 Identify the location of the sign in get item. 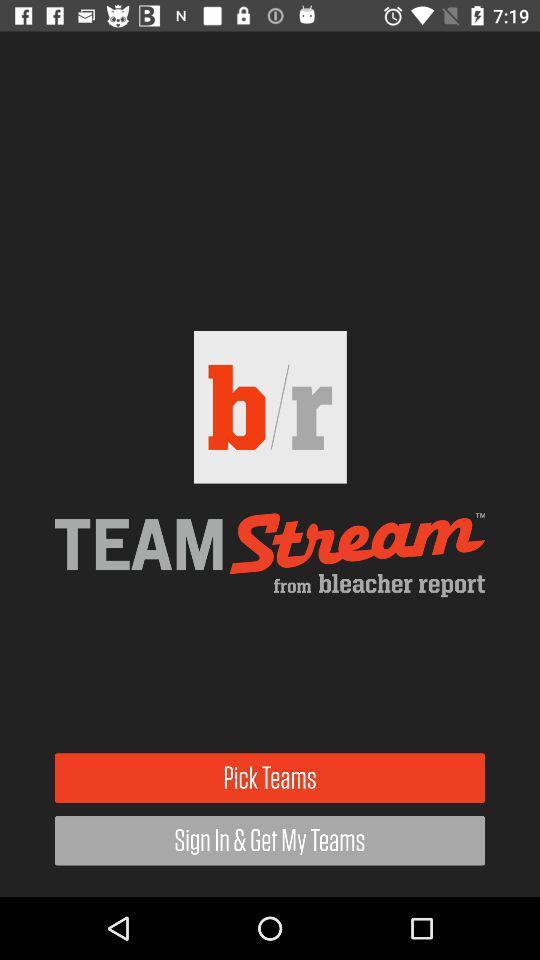
(270, 840).